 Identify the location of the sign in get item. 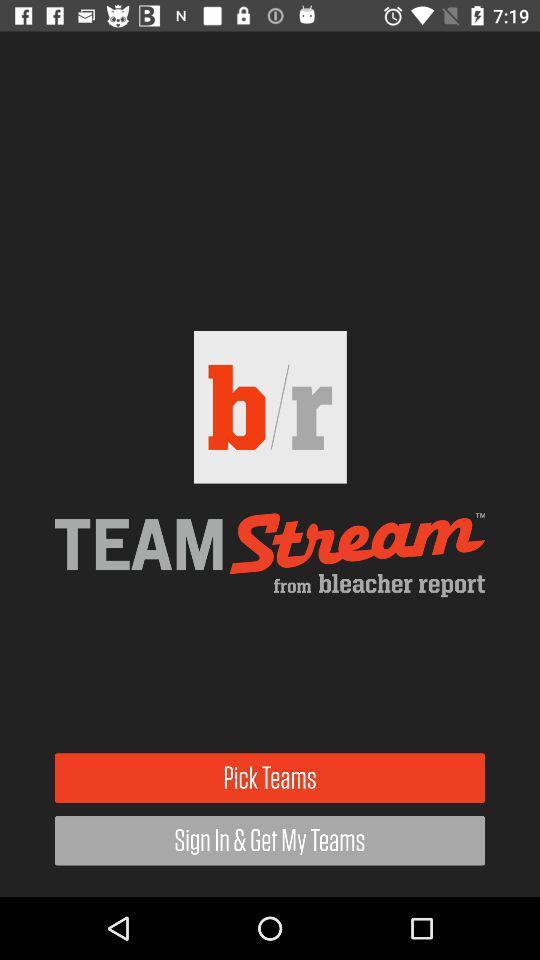
(270, 840).